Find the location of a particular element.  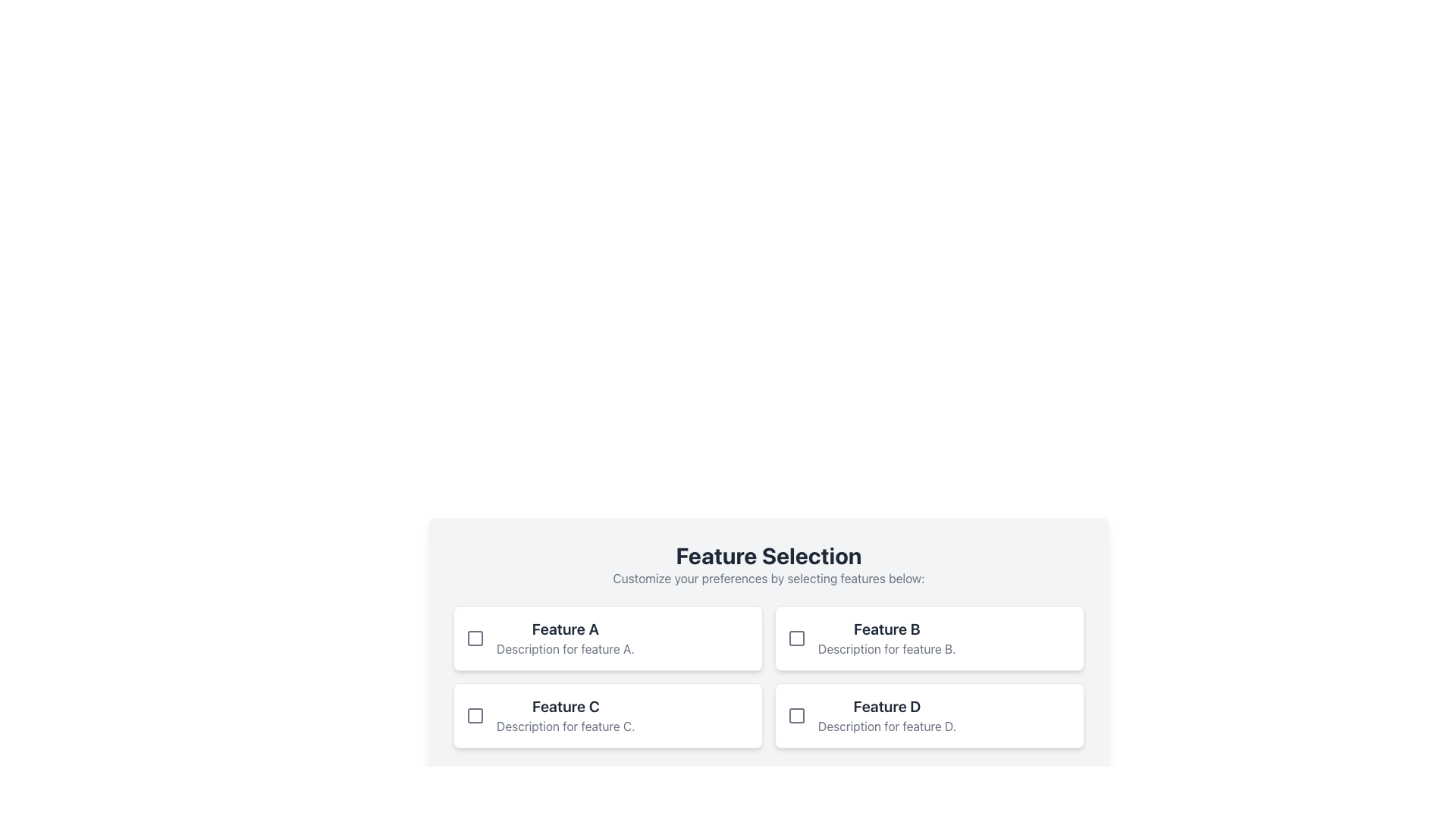

the visual indicator within the checkbox (non-interactive) located in the top-left corner of the first item ('Feature A') in the list of selectable features is located at coordinates (475, 638).